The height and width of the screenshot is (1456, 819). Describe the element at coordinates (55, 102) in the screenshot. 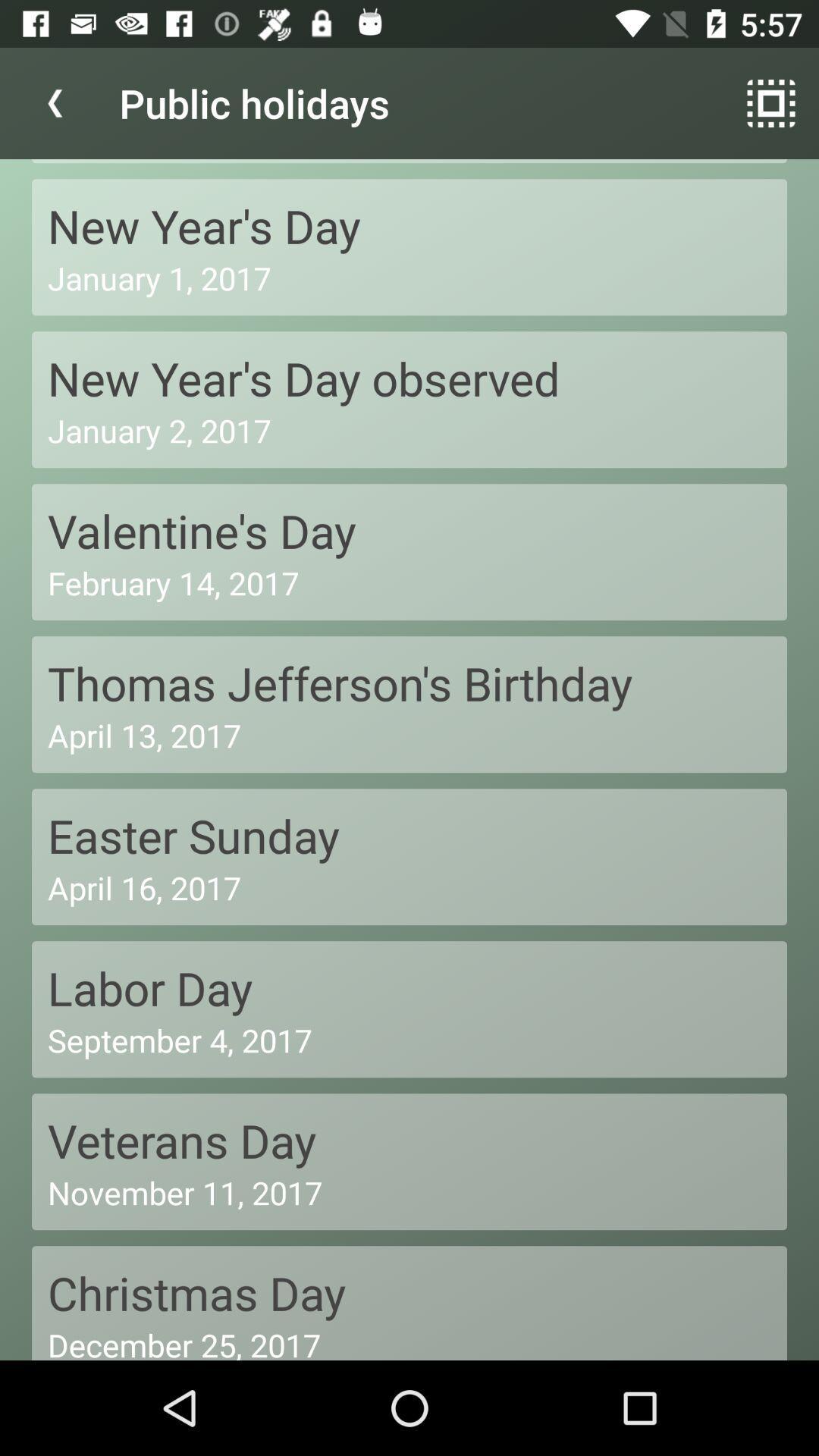

I see `app to the left of the public holidays icon` at that location.